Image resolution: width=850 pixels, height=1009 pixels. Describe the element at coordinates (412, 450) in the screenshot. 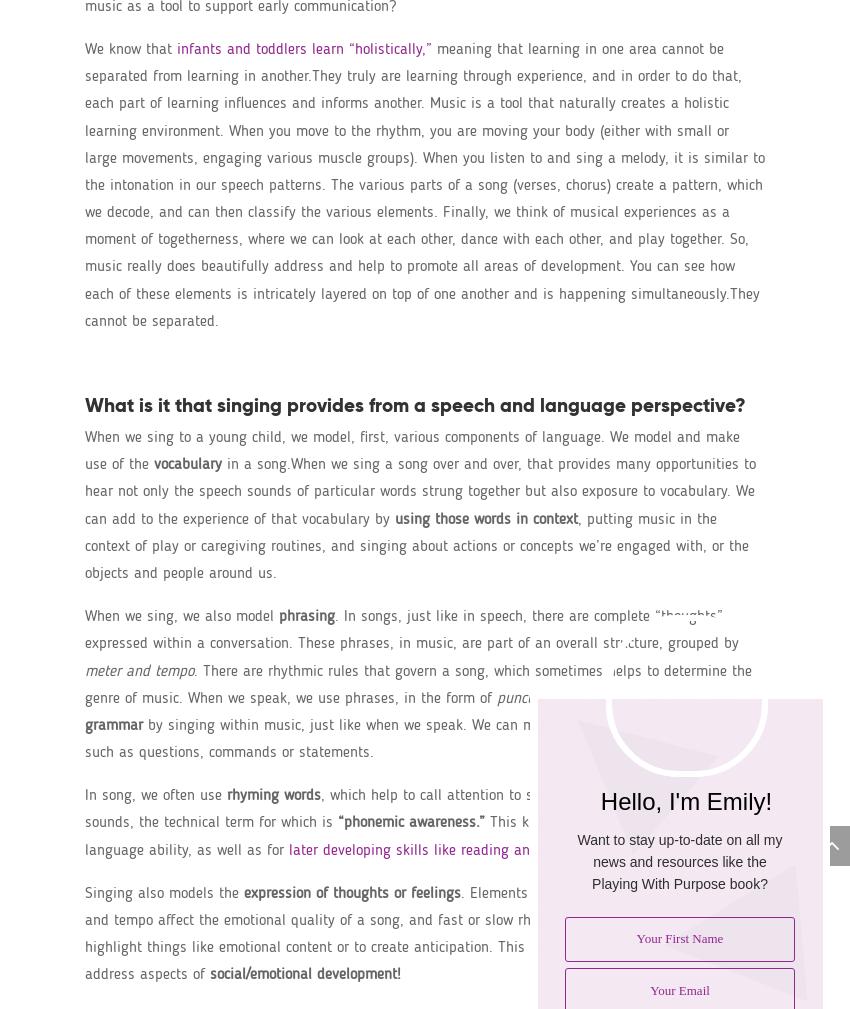

I see `'When we sing to a young child, we model, first, various components of language. We model and make use of the'` at that location.